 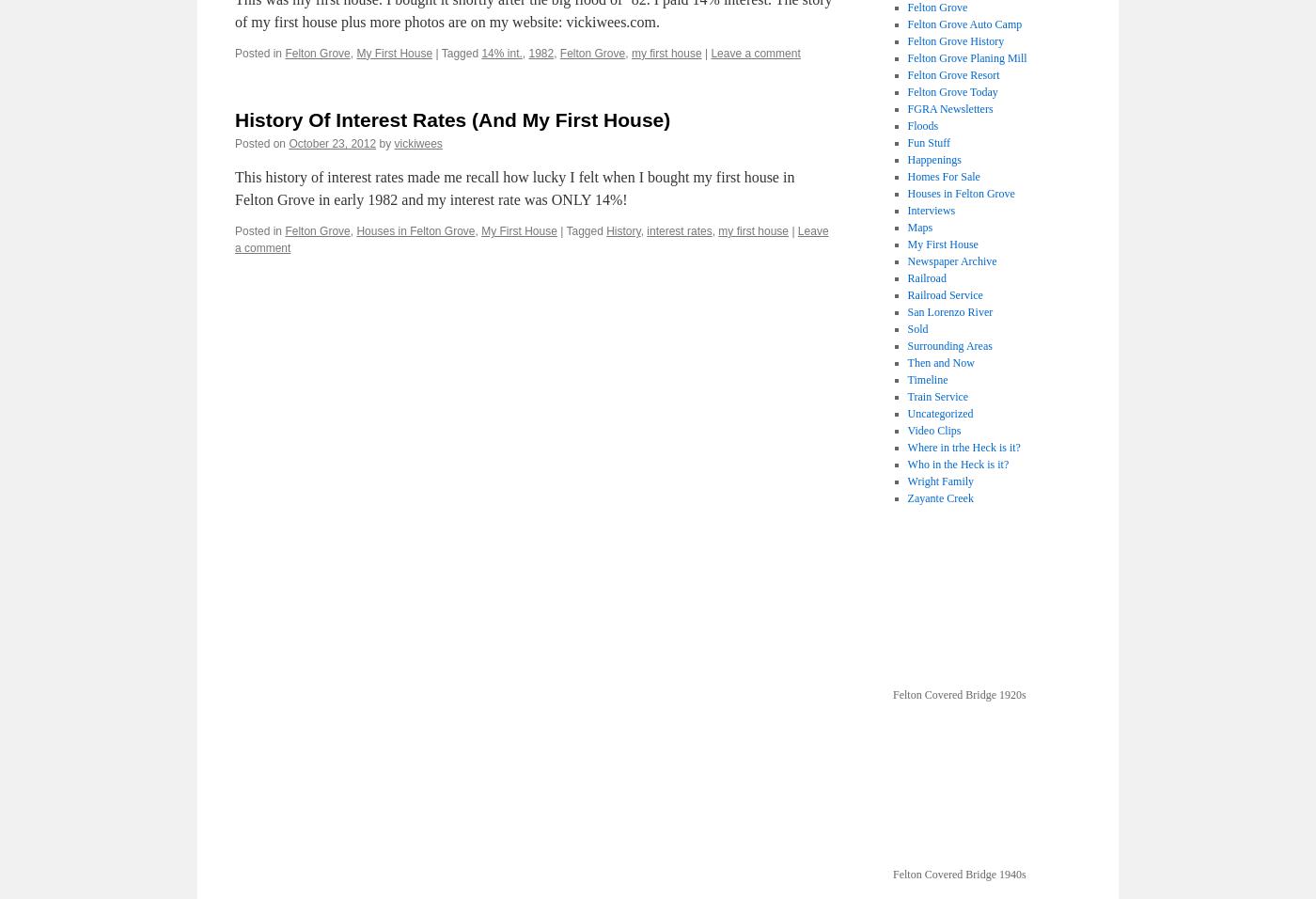 I want to click on 'Uncategorized', so click(x=907, y=414).